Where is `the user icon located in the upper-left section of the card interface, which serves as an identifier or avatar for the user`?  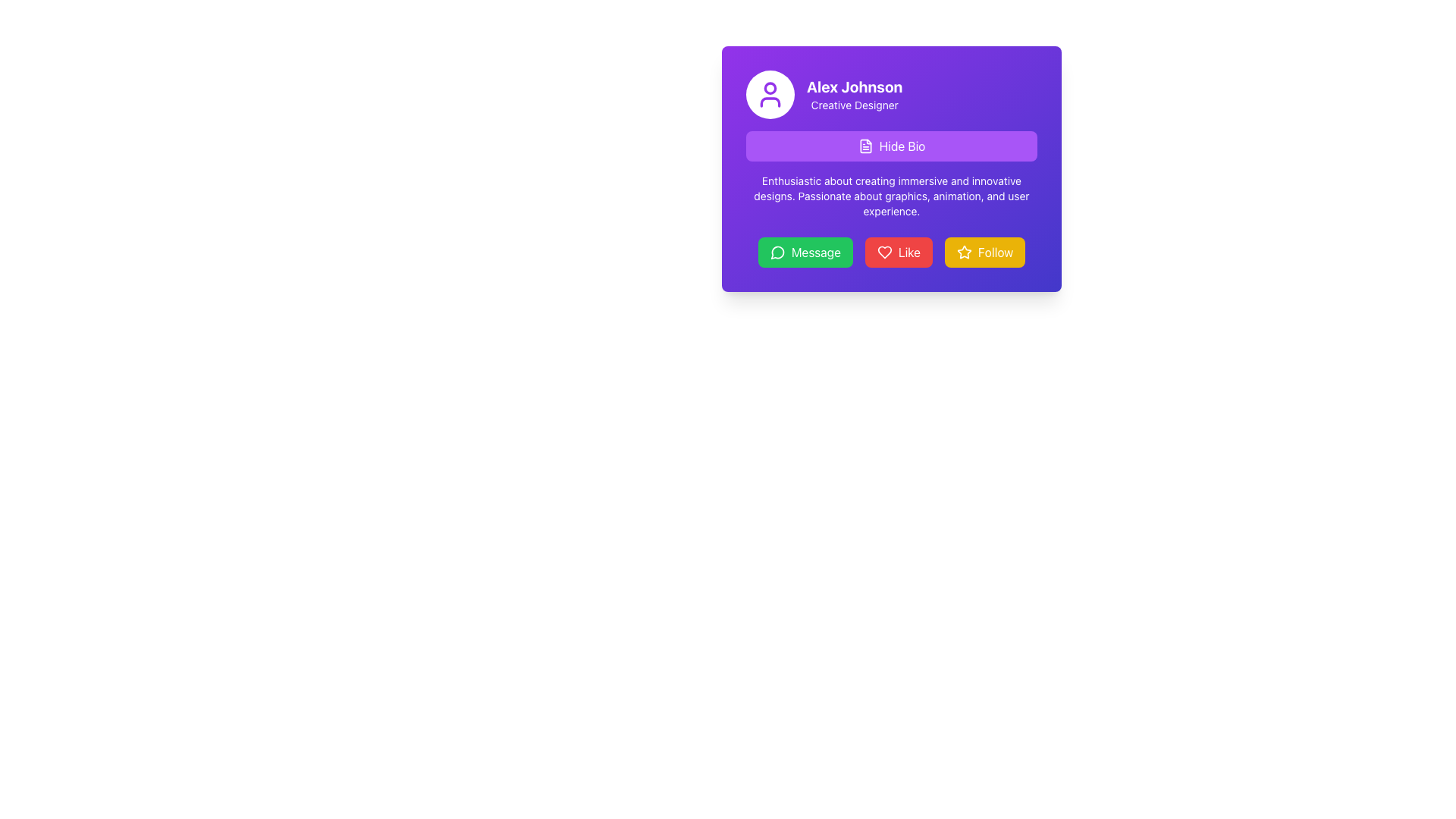
the user icon located in the upper-left section of the card interface, which serves as an identifier or avatar for the user is located at coordinates (770, 94).